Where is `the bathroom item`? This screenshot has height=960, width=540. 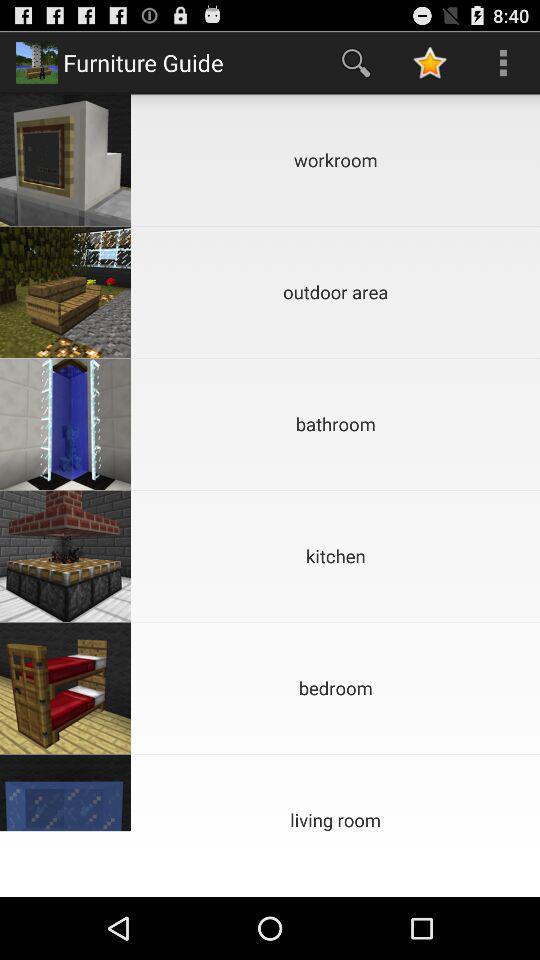
the bathroom item is located at coordinates (335, 424).